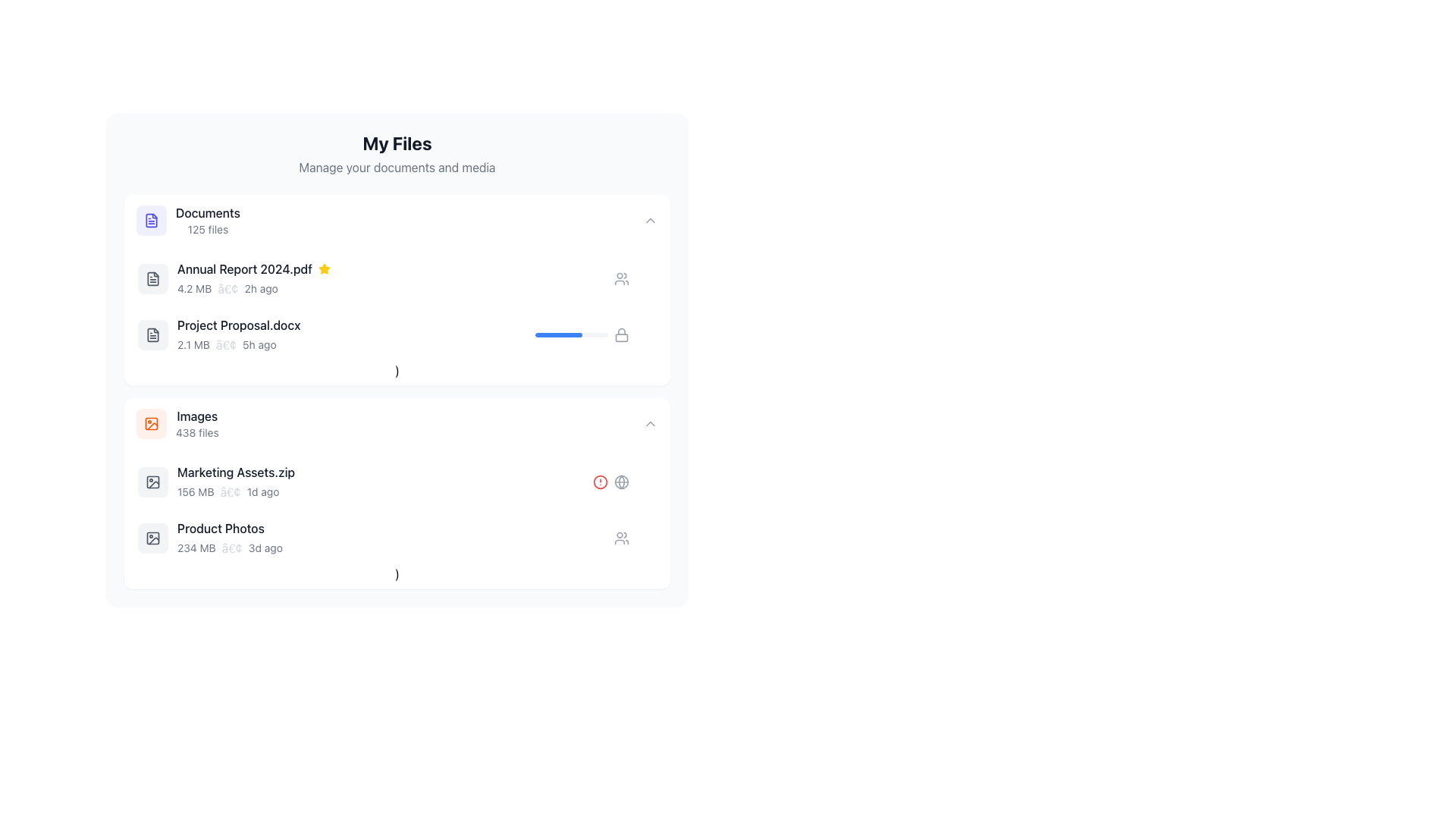 This screenshot has height=819, width=1456. I want to click on the file entry named 'Project Proposal.docx' in the file manager interface, so click(397, 334).